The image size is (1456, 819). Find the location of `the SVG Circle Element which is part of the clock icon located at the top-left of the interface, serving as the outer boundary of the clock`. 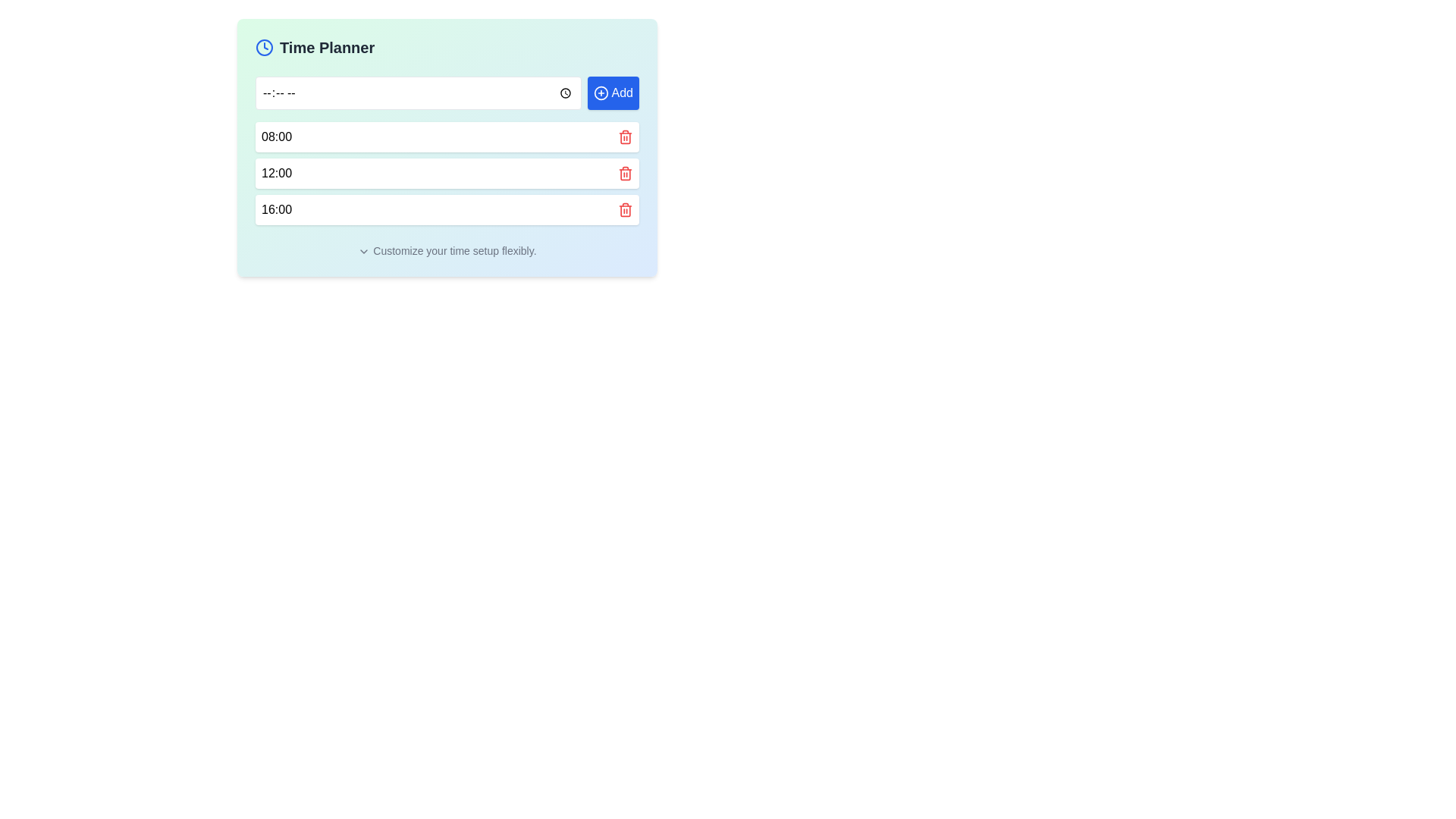

the SVG Circle Element which is part of the clock icon located at the top-left of the interface, serving as the outer boundary of the clock is located at coordinates (265, 46).